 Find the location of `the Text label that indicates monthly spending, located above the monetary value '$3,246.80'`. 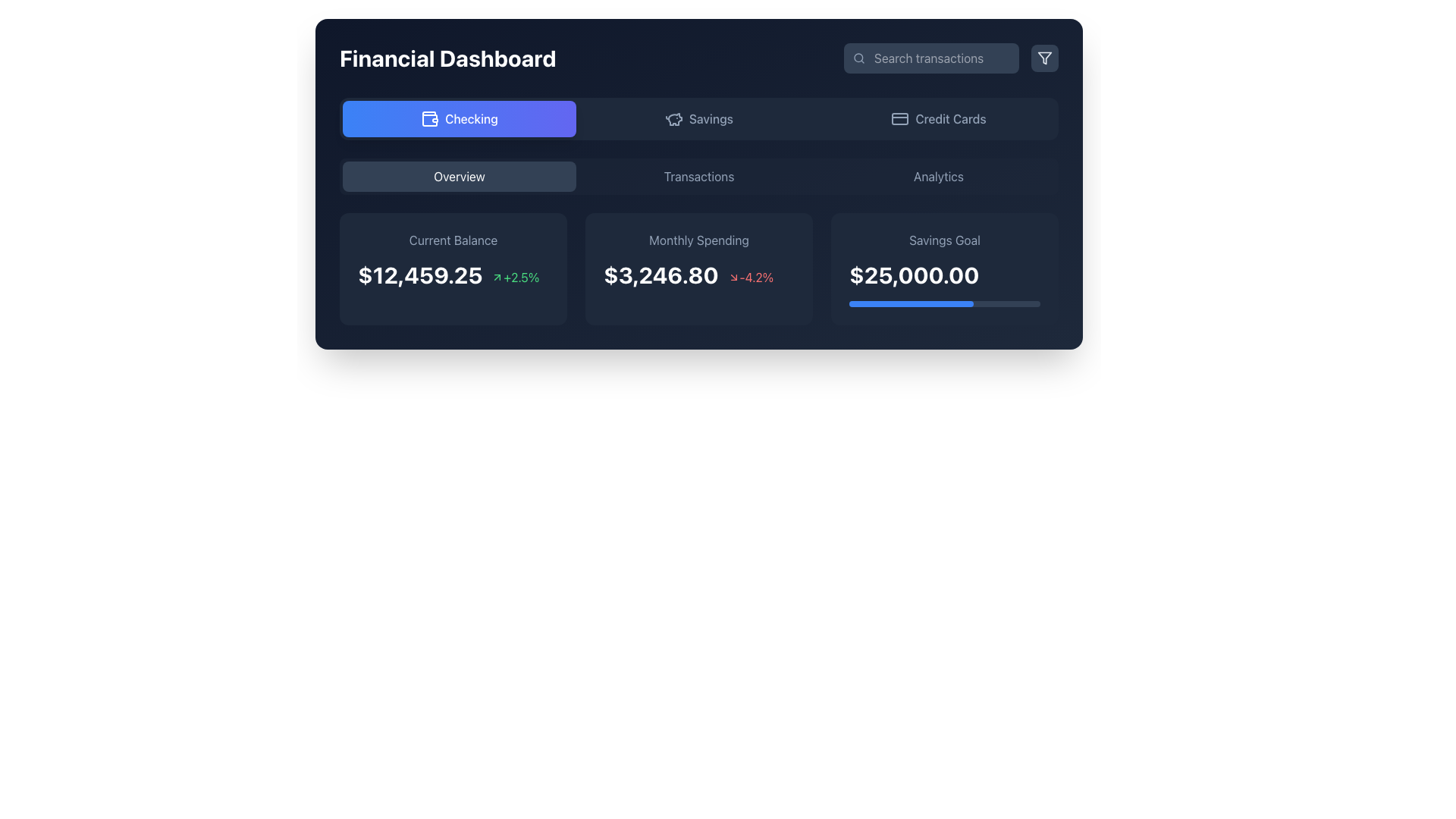

the Text label that indicates monthly spending, located above the monetary value '$3,246.80' is located at coordinates (698, 239).